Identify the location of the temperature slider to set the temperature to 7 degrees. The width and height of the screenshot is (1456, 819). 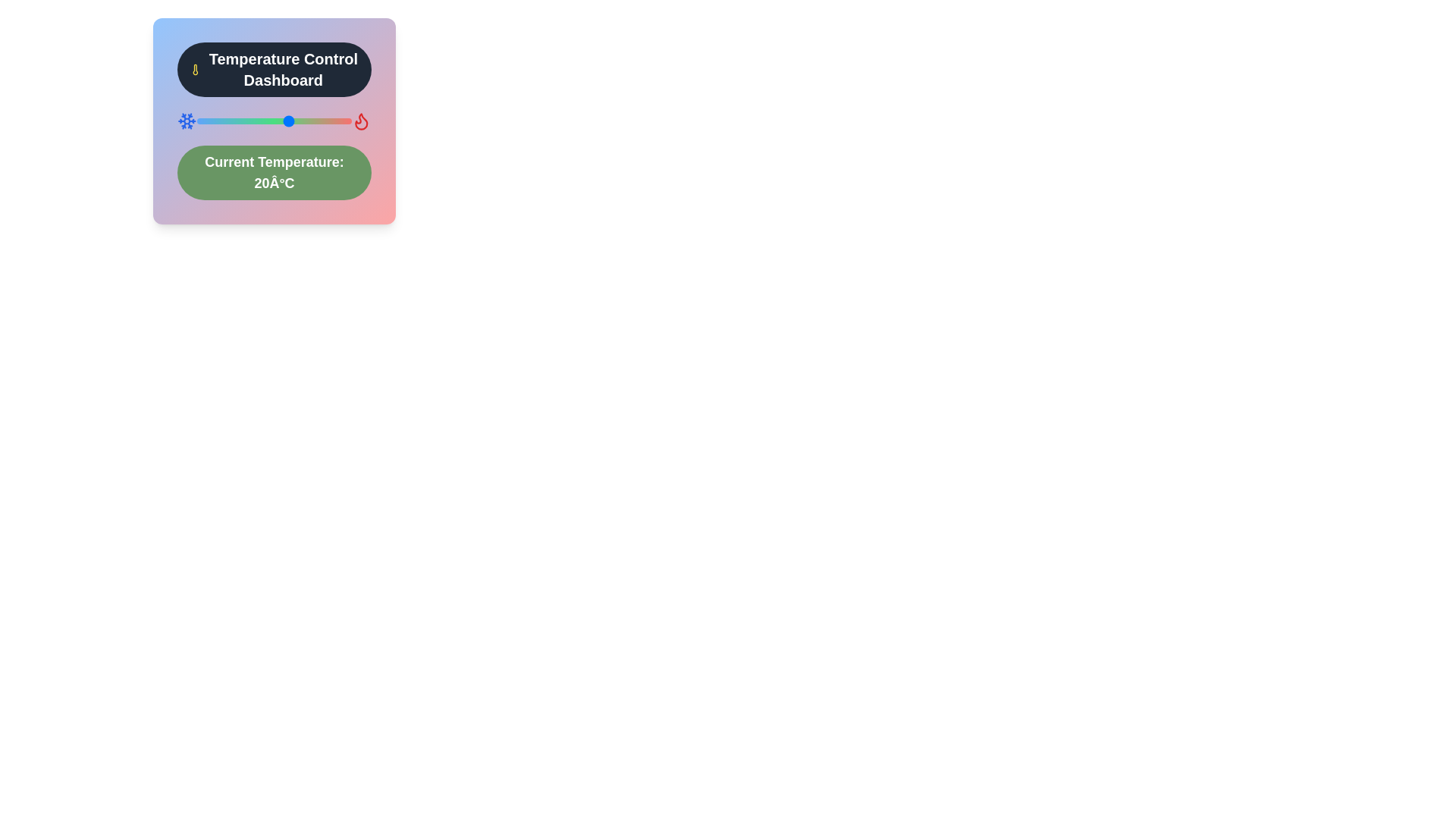
(249, 120).